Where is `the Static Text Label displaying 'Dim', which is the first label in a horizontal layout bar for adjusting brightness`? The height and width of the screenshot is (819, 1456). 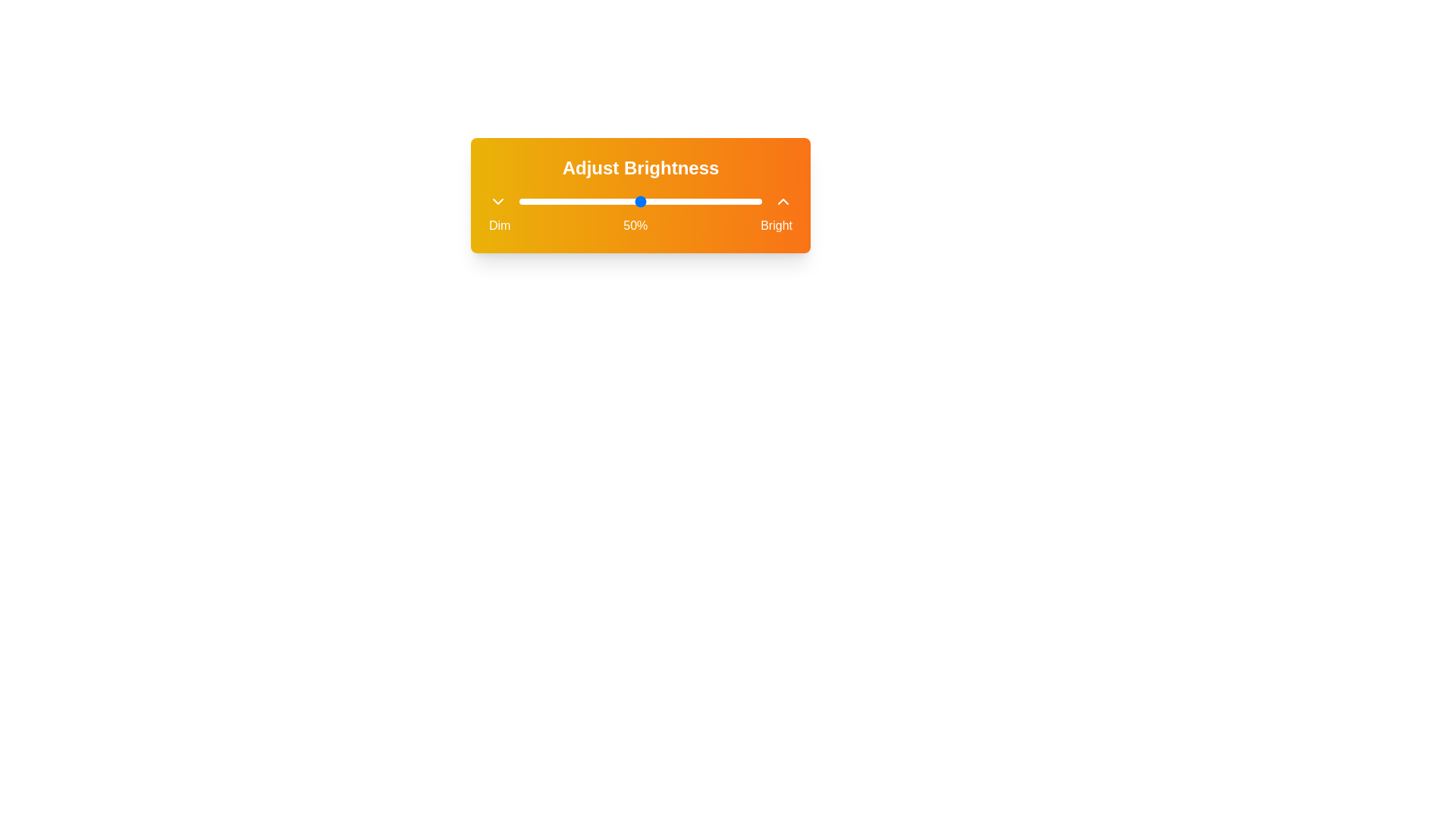 the Static Text Label displaying 'Dim', which is the first label in a horizontal layout bar for adjusting brightness is located at coordinates (500, 225).